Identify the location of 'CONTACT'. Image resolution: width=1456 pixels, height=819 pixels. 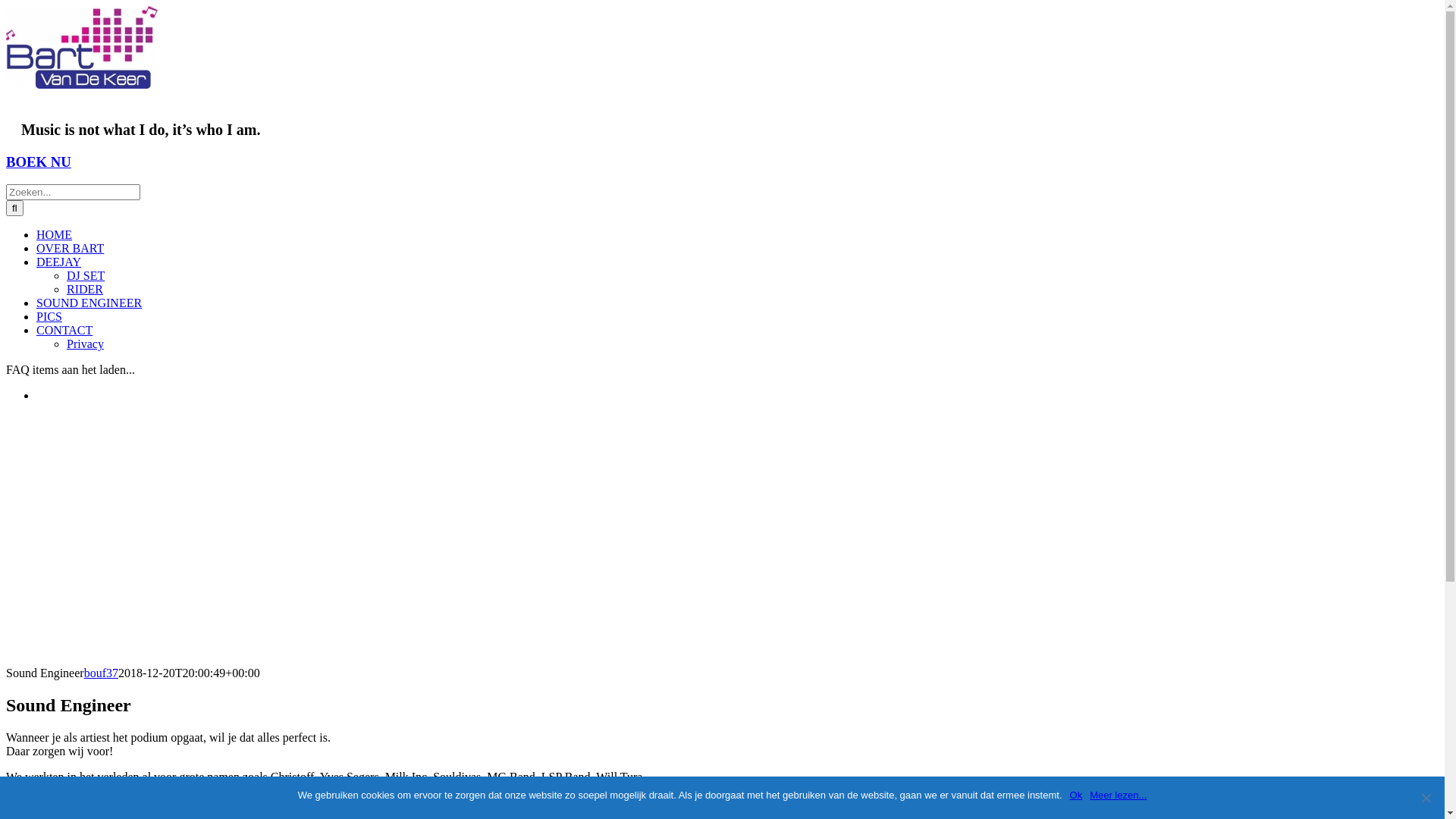
(64, 329).